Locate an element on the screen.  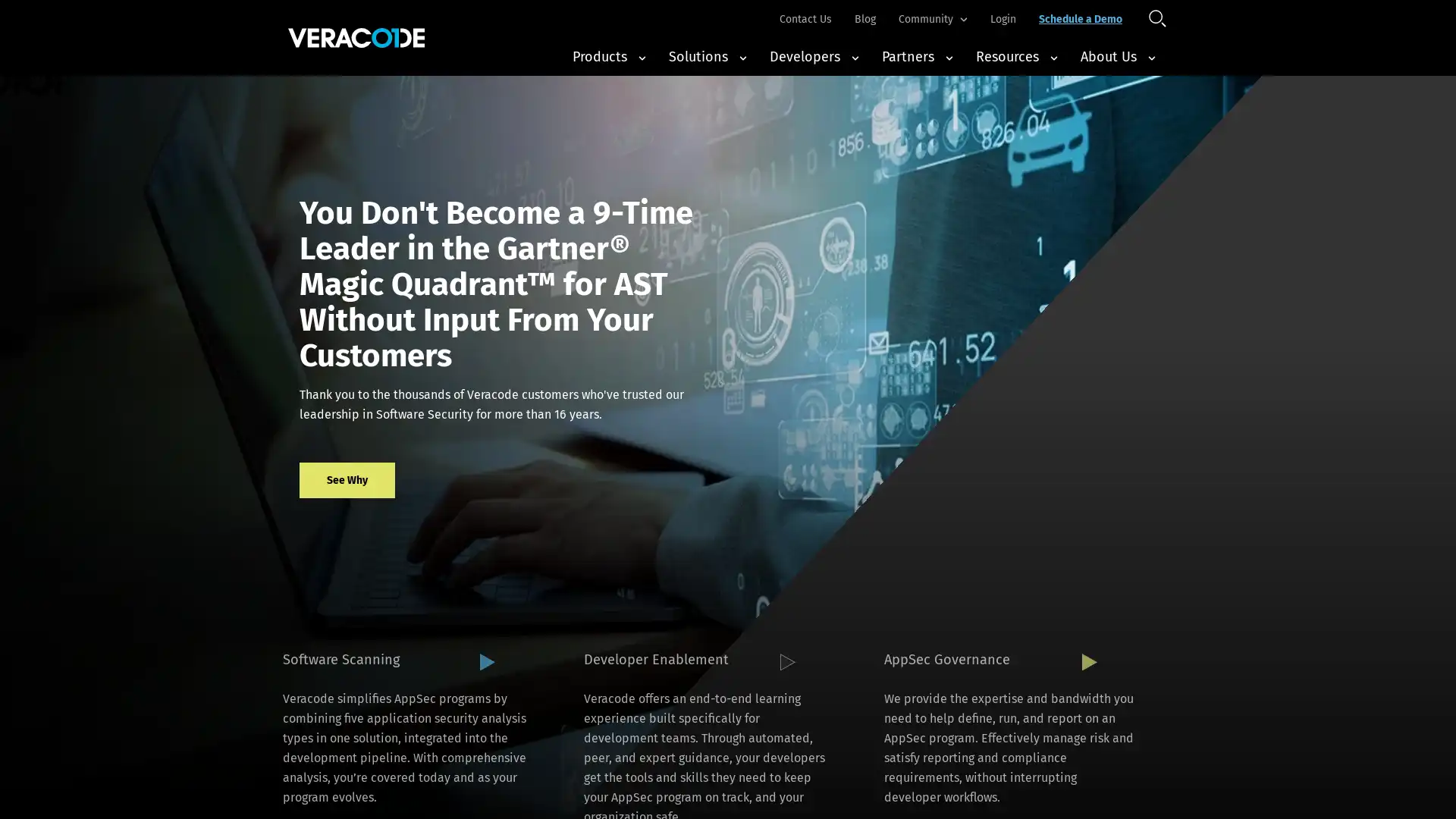
Accept All Cookies is located at coordinates (1116, 761).